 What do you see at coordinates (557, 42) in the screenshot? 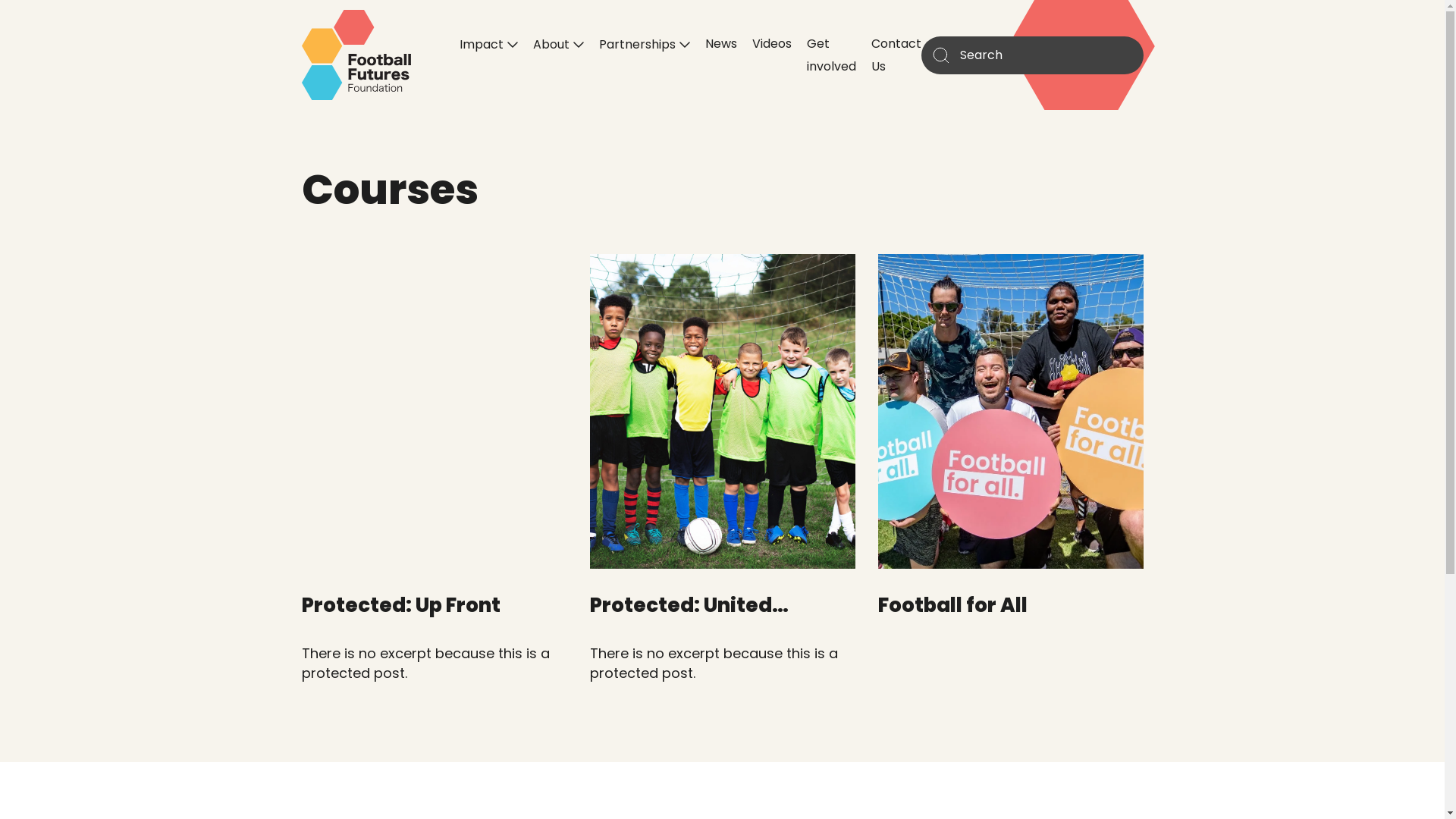
I see `'About'` at bounding box center [557, 42].